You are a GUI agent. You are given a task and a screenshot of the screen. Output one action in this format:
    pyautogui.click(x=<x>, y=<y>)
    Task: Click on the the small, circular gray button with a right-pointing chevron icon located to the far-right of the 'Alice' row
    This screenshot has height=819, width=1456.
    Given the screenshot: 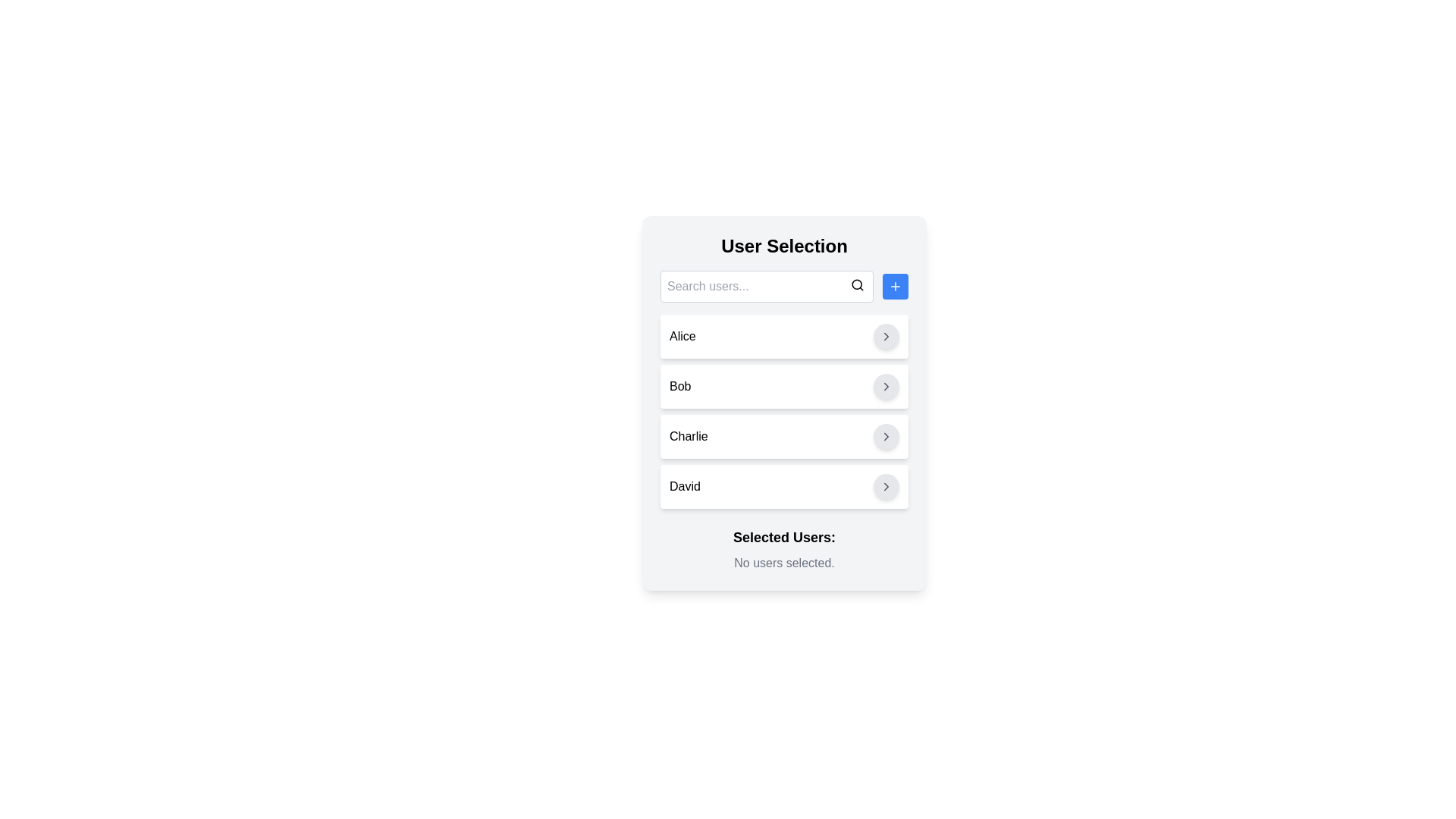 What is the action you would take?
    pyautogui.click(x=886, y=335)
    